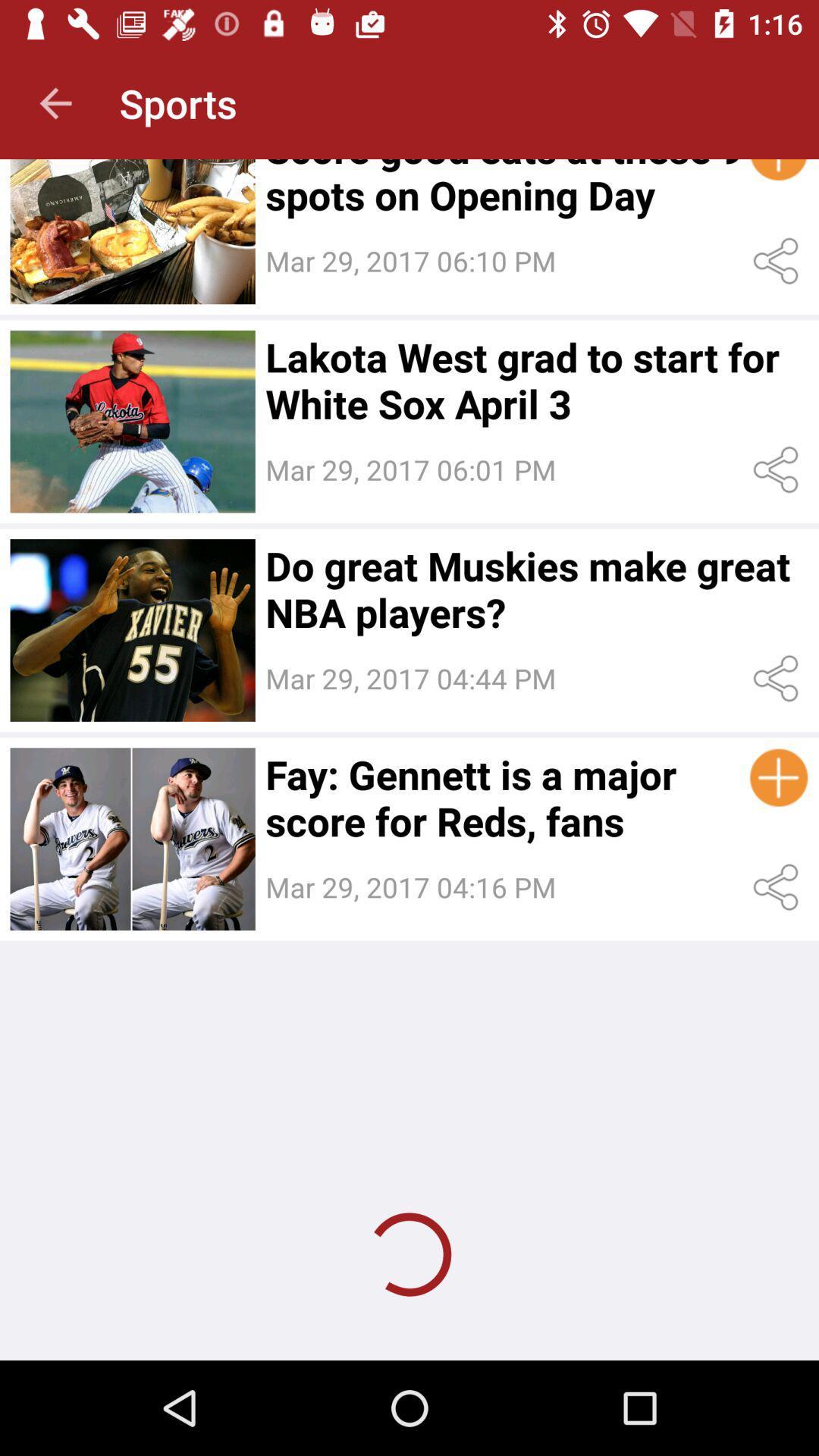 The image size is (819, 1456). I want to click on the icon to the left of sports, so click(55, 102).